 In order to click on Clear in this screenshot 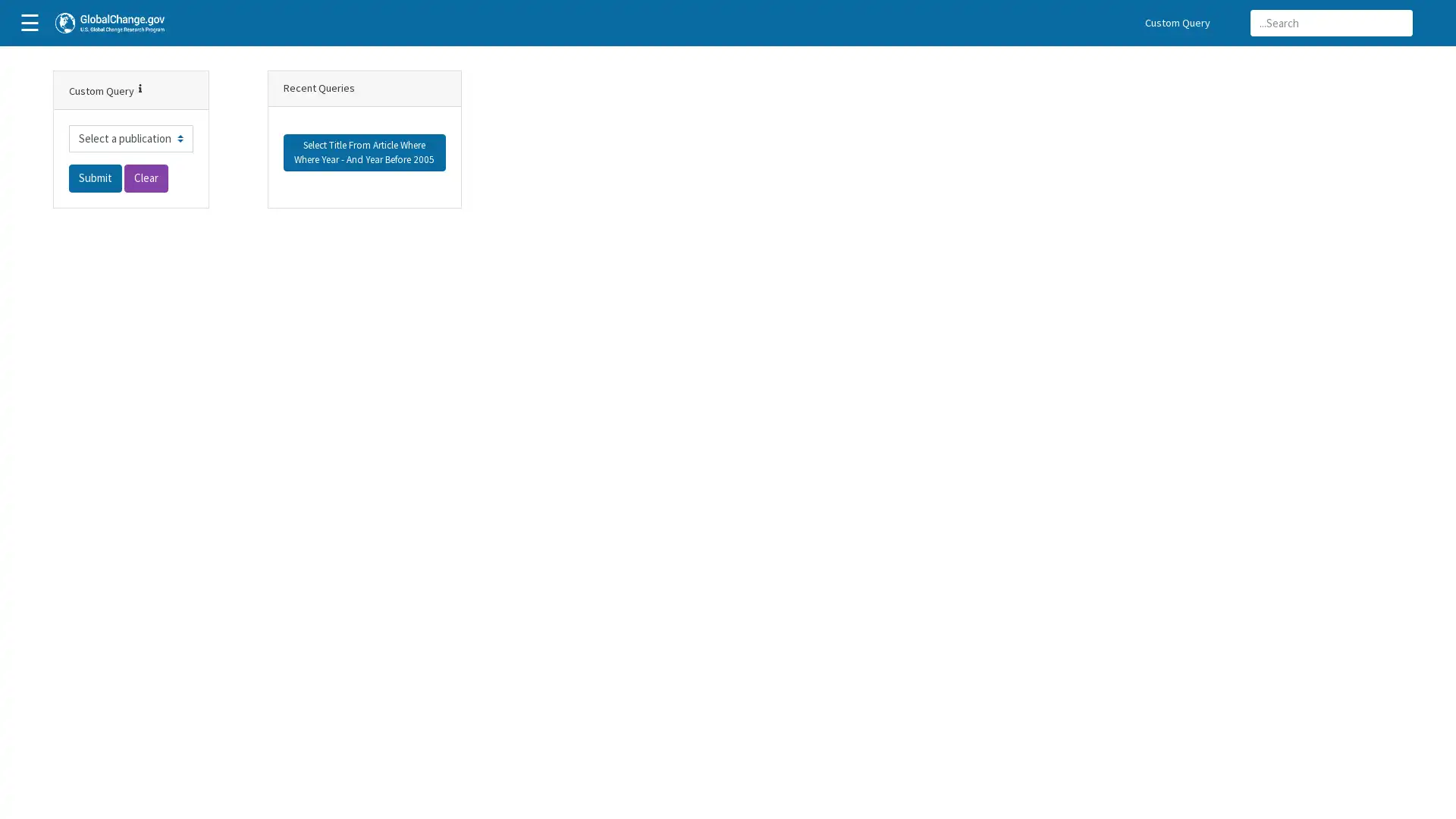, I will do `click(146, 177)`.